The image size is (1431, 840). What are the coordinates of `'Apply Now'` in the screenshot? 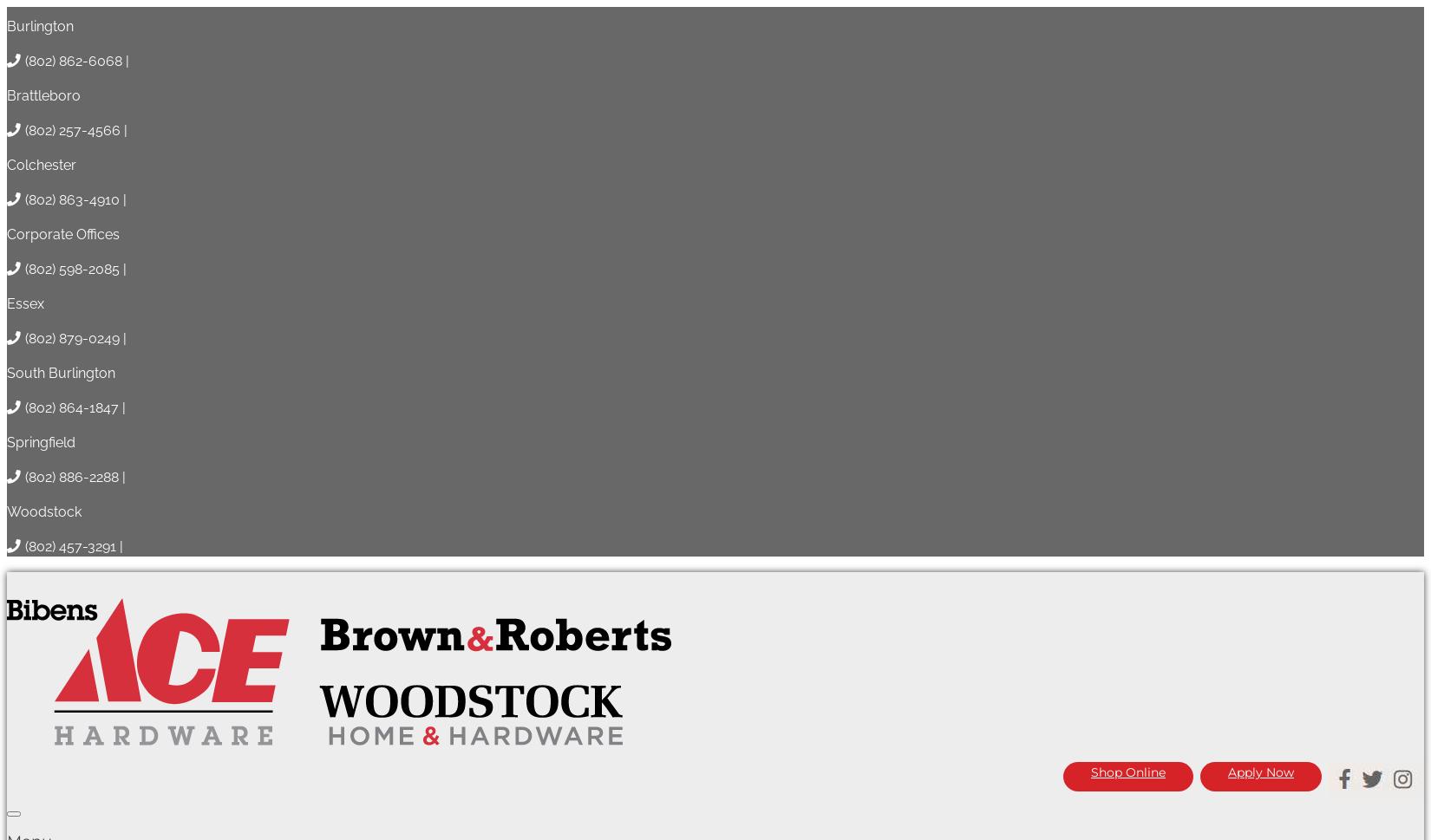 It's located at (1259, 13).